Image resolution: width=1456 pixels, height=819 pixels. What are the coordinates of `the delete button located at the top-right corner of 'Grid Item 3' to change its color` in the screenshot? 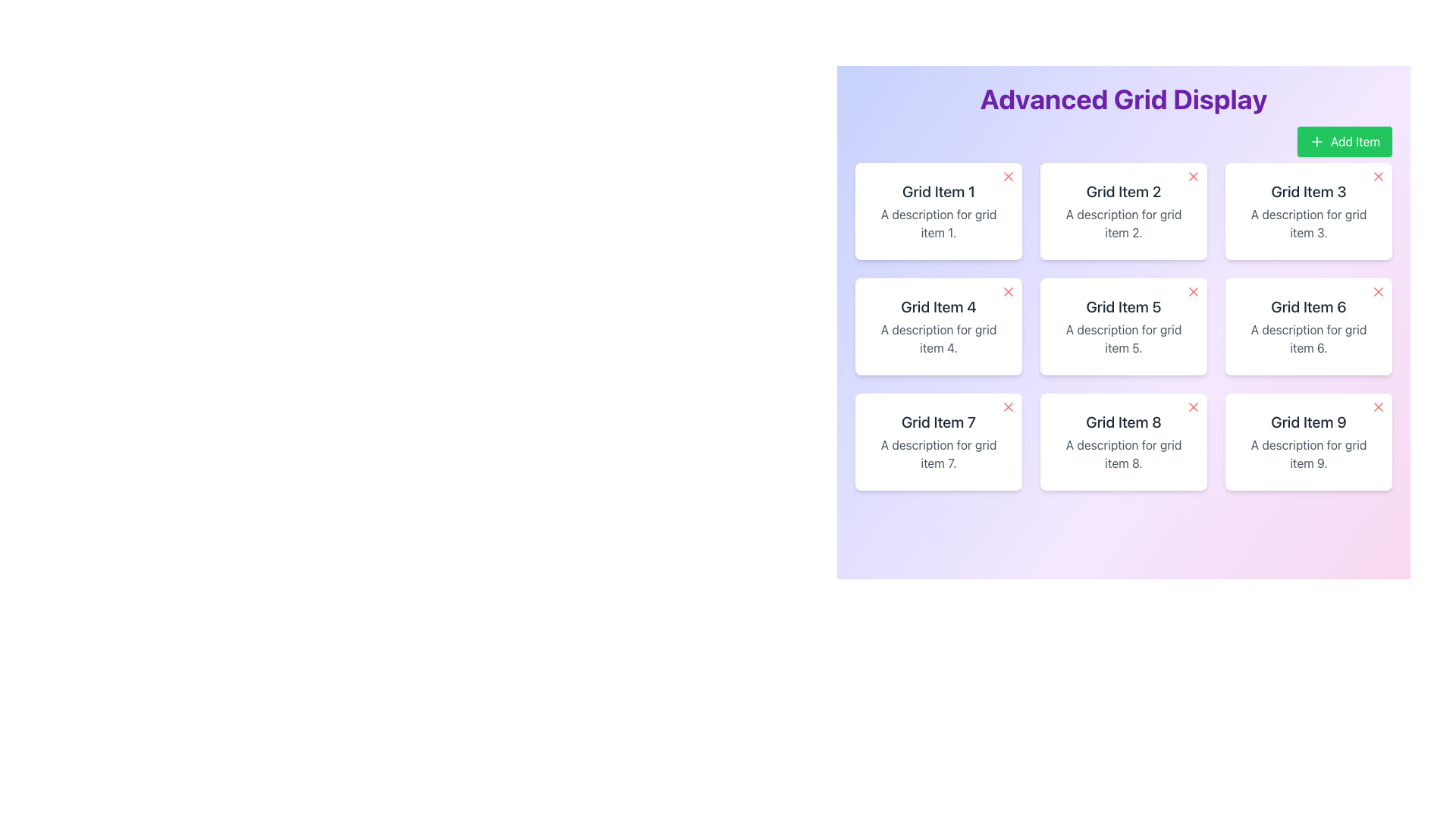 It's located at (1379, 175).